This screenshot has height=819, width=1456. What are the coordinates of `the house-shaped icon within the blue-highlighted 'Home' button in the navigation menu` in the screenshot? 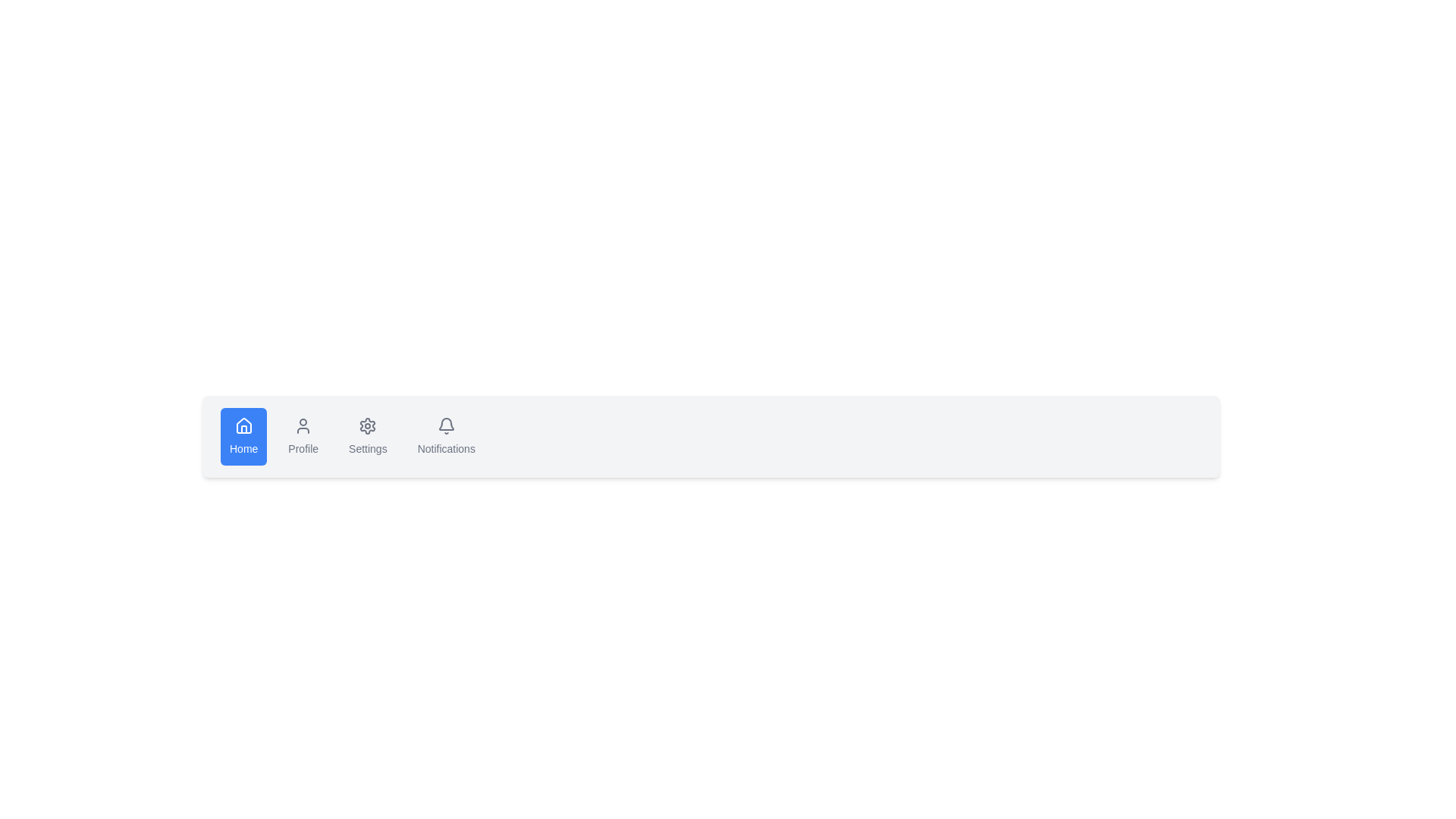 It's located at (243, 425).